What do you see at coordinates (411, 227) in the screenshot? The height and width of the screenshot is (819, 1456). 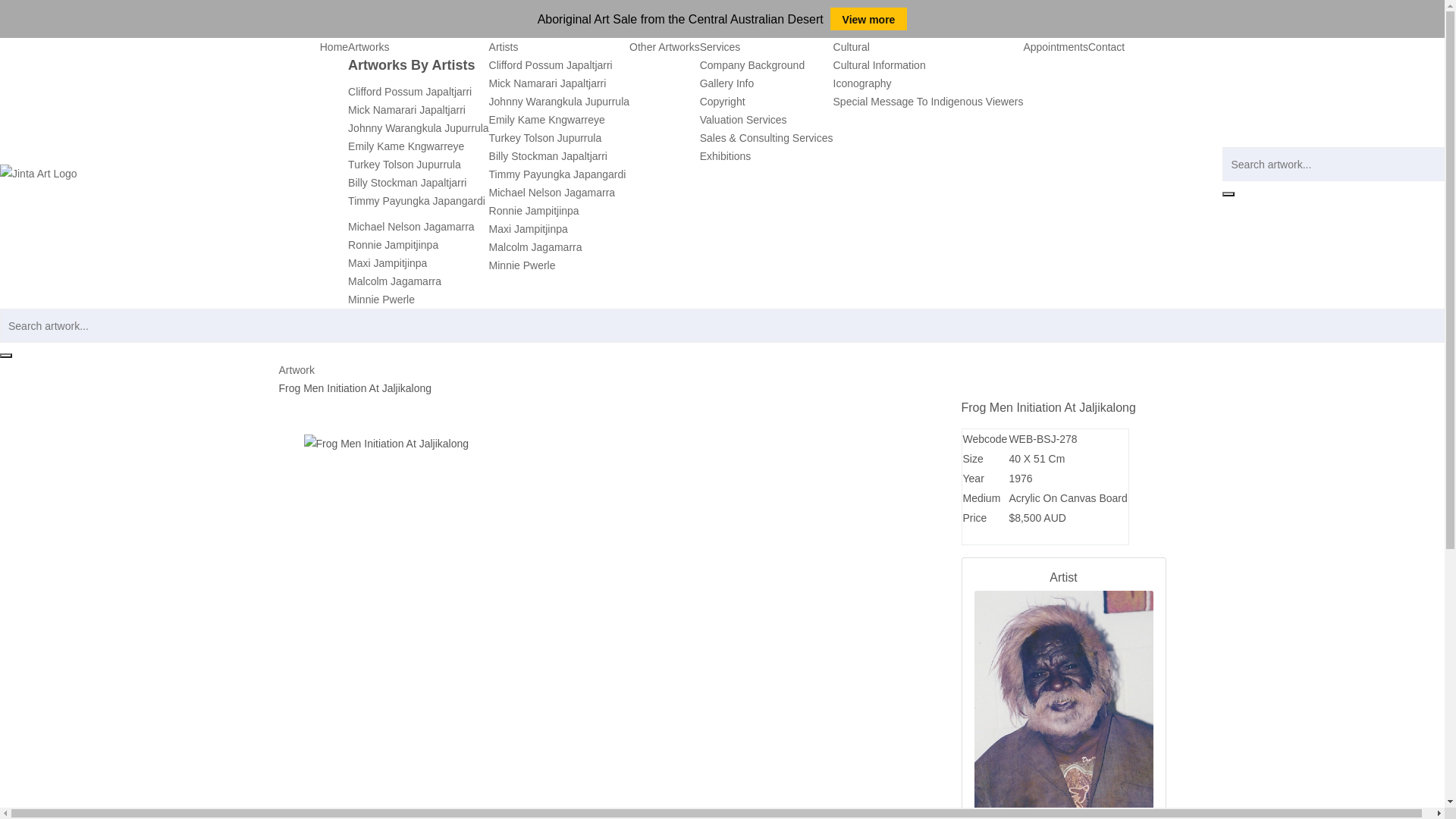 I see `'Michael Nelson Jagamarra'` at bounding box center [411, 227].